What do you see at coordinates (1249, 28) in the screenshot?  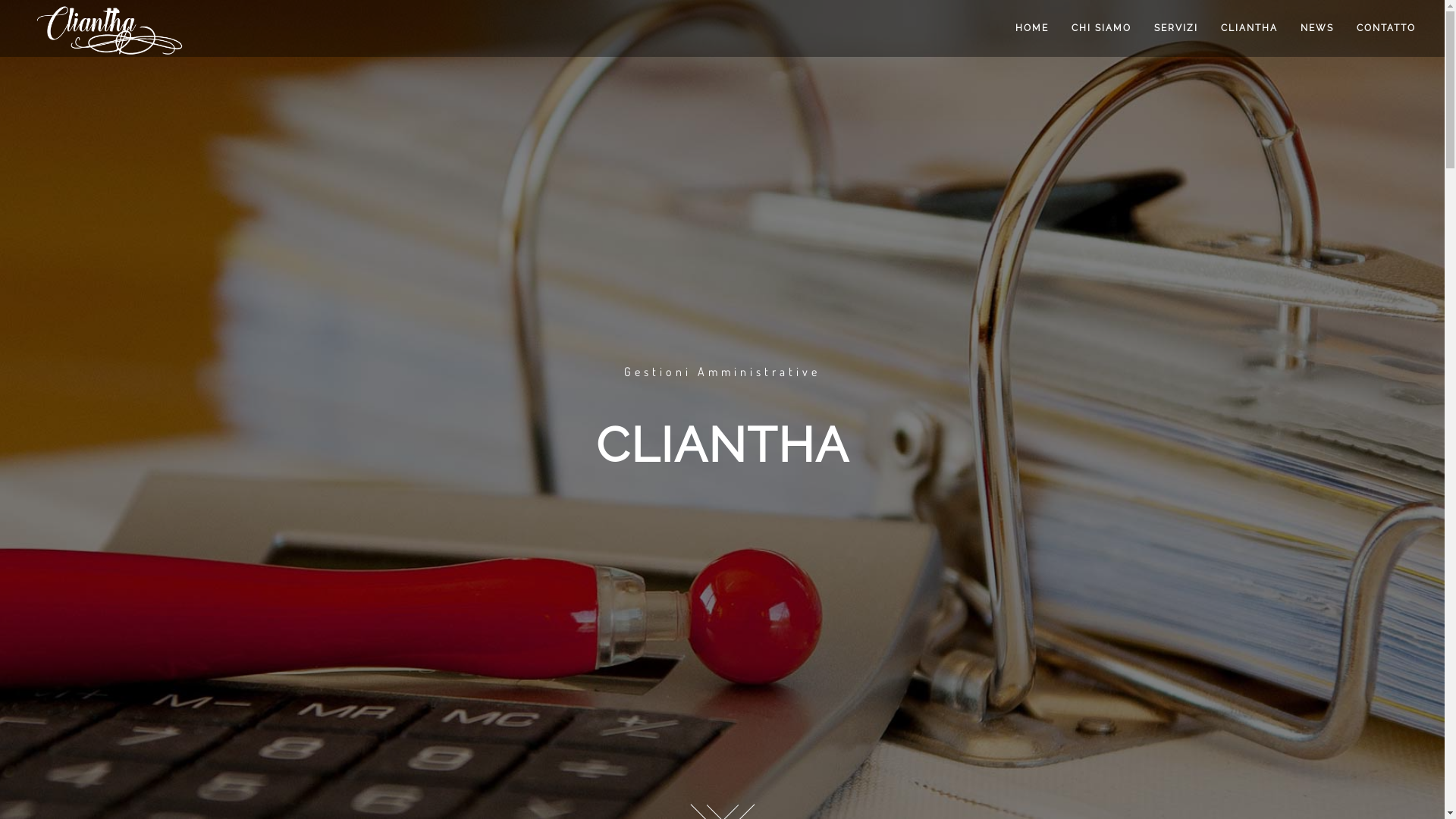 I see `'CLIANTHA'` at bounding box center [1249, 28].